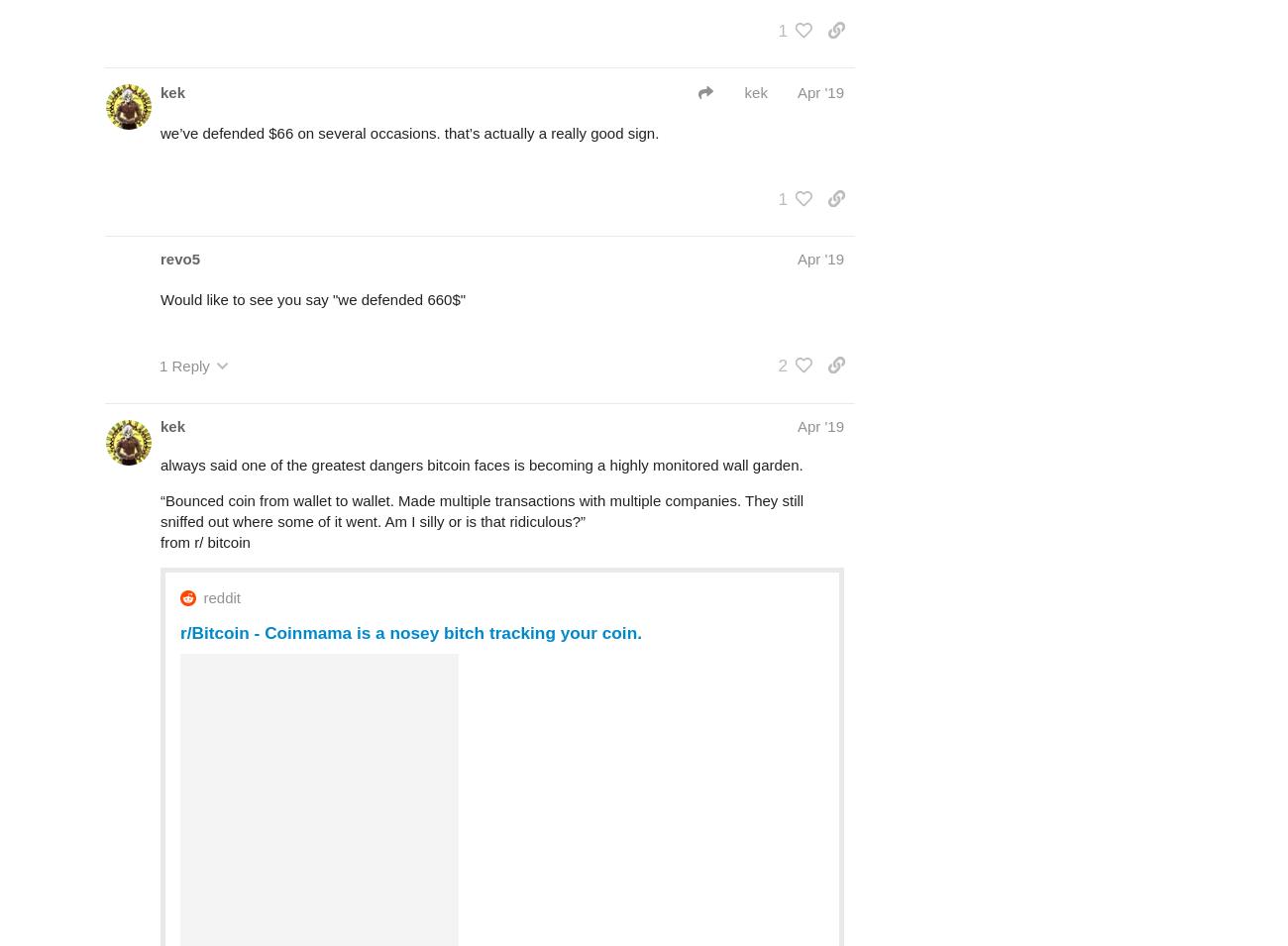 The width and height of the screenshot is (1288, 946). What do you see at coordinates (782, 365) in the screenshot?
I see `'2'` at bounding box center [782, 365].